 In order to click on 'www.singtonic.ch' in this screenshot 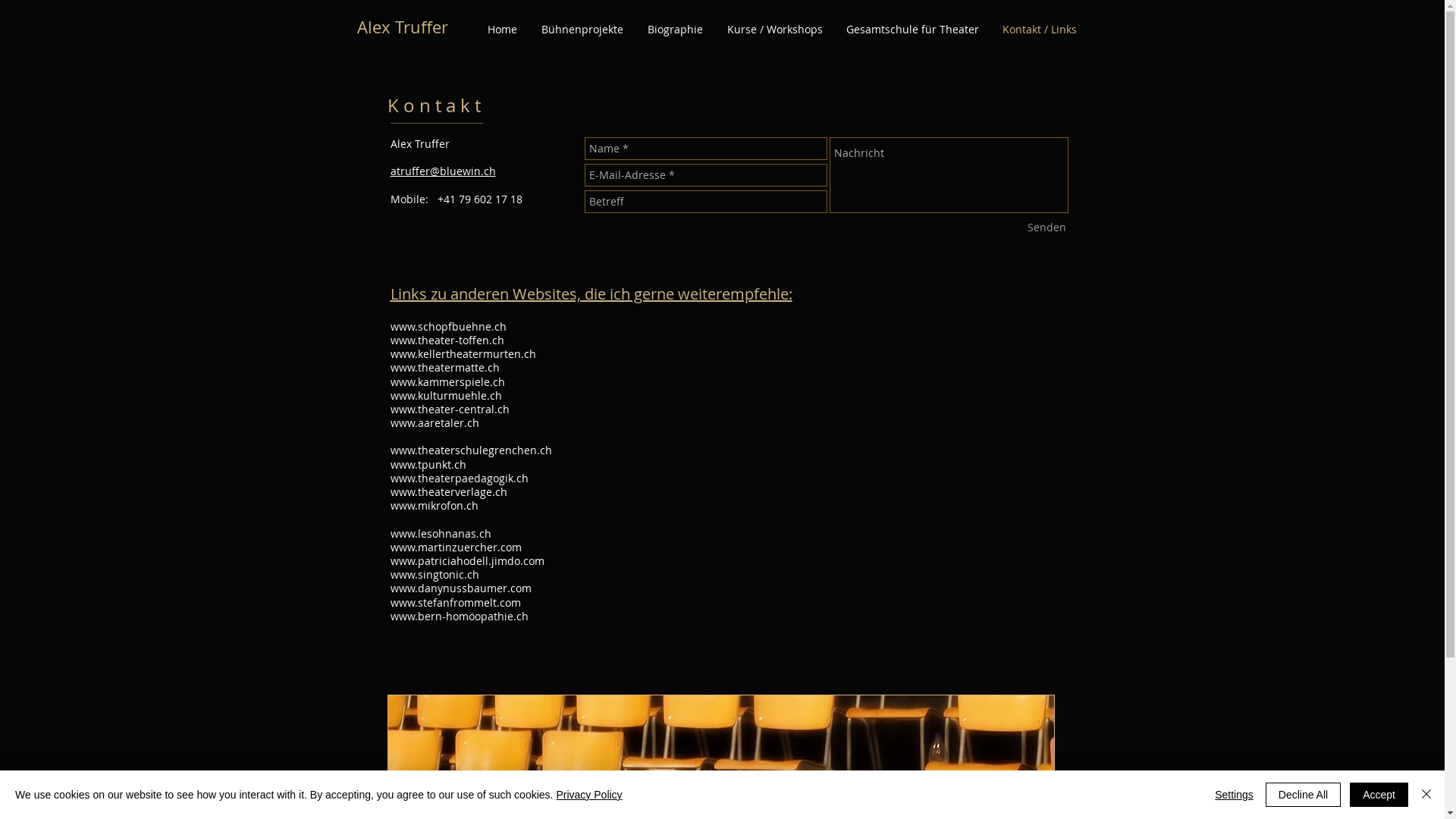, I will do `click(433, 574)`.